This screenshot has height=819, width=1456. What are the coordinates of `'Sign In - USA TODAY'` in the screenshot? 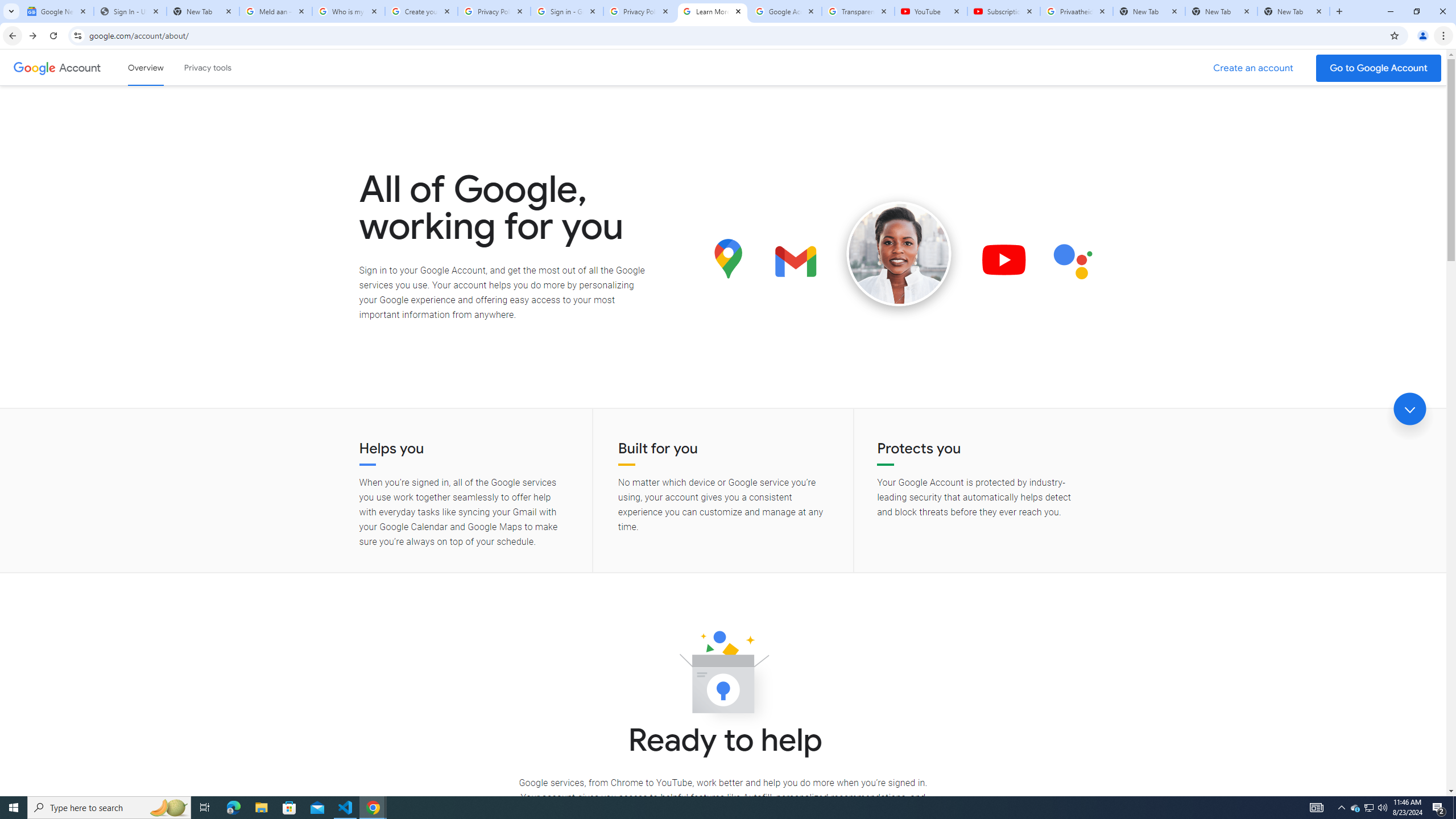 It's located at (130, 11).